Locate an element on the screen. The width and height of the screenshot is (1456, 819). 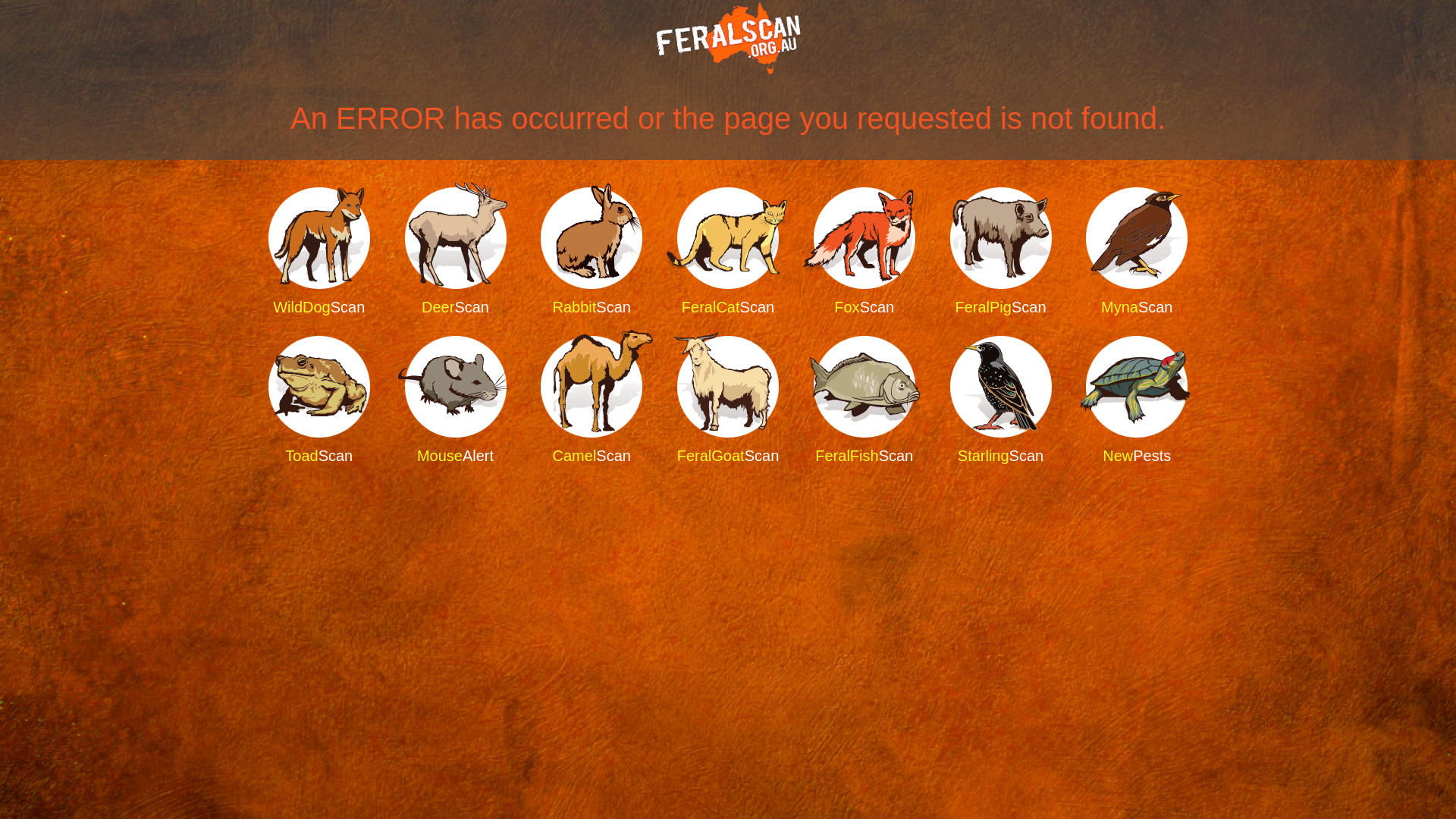
'FeralGoatScan' is located at coordinates (728, 400).